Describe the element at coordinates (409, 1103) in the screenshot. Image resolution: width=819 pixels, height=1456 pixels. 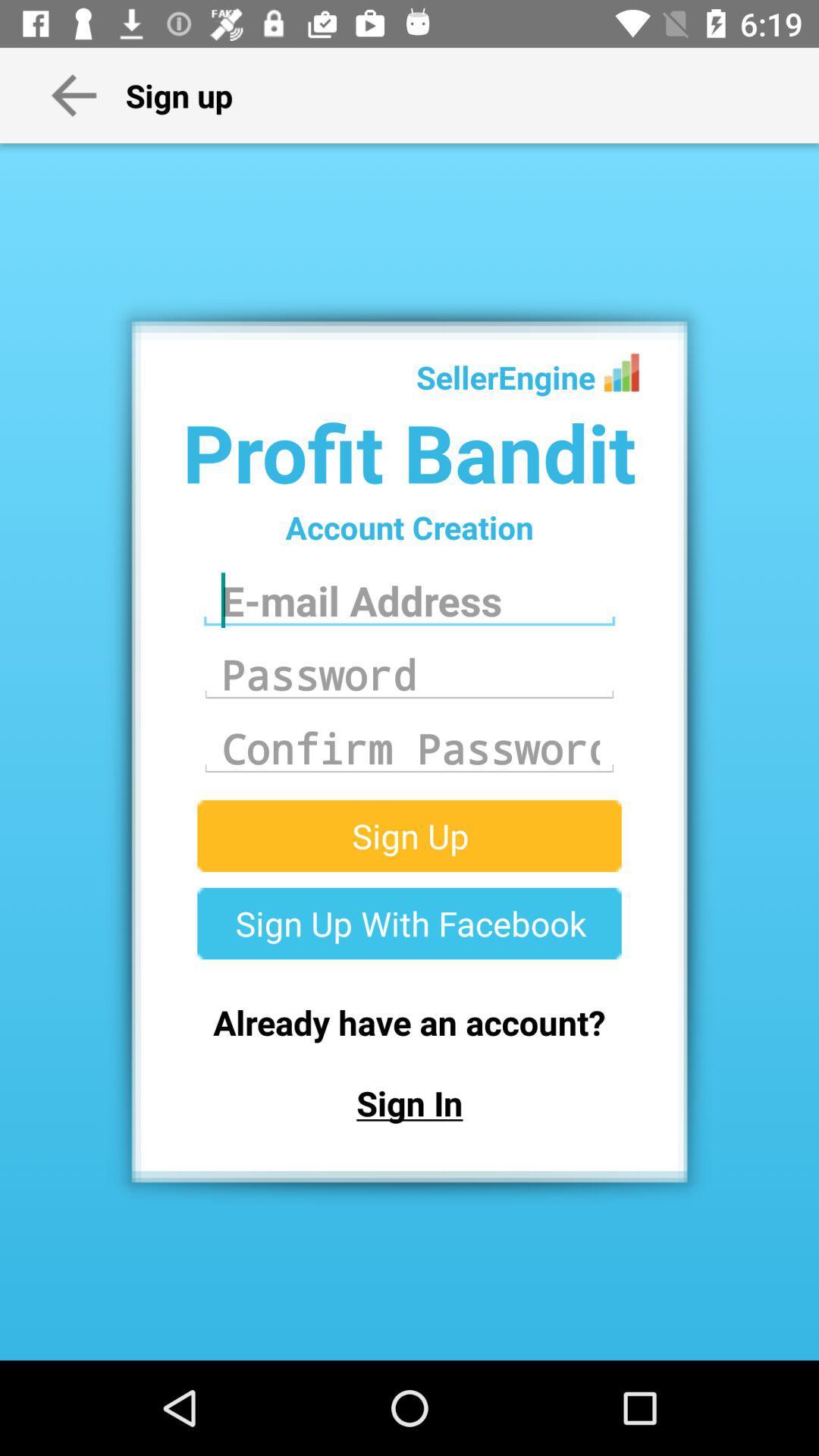
I see `sign in` at that location.